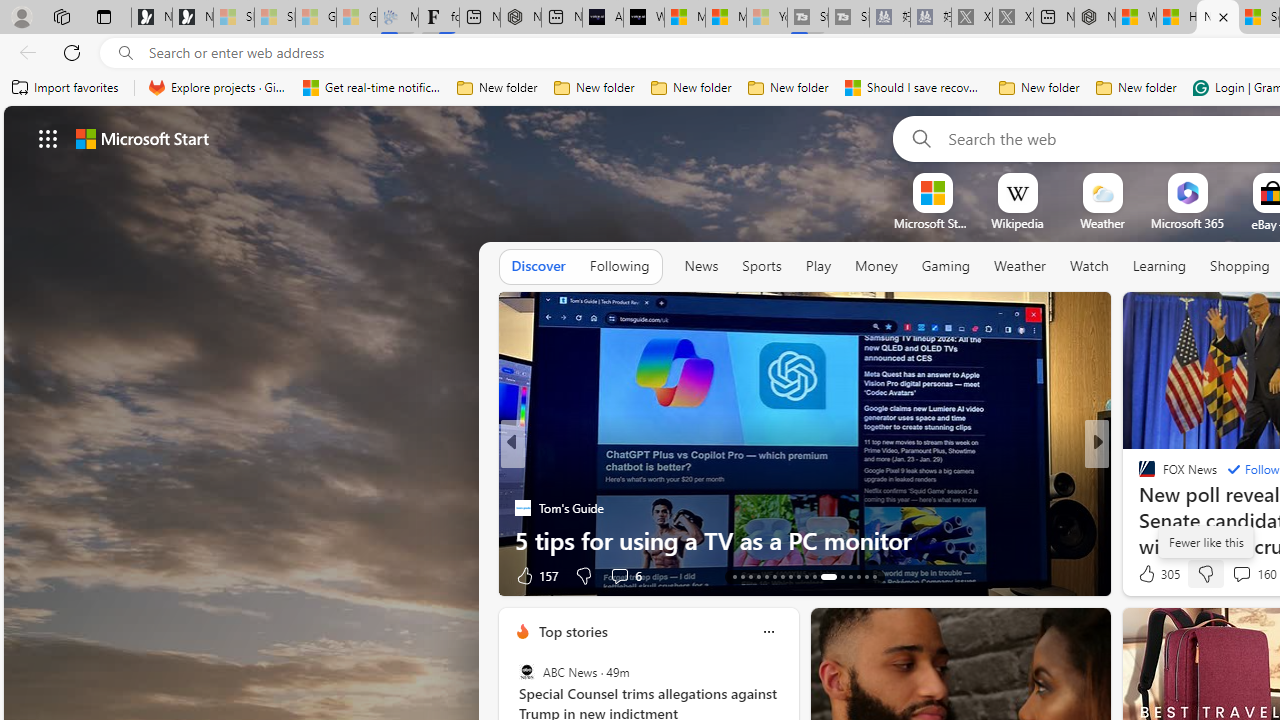 The image size is (1280, 720). What do you see at coordinates (1020, 266) in the screenshot?
I see `'Weather'` at bounding box center [1020, 266].